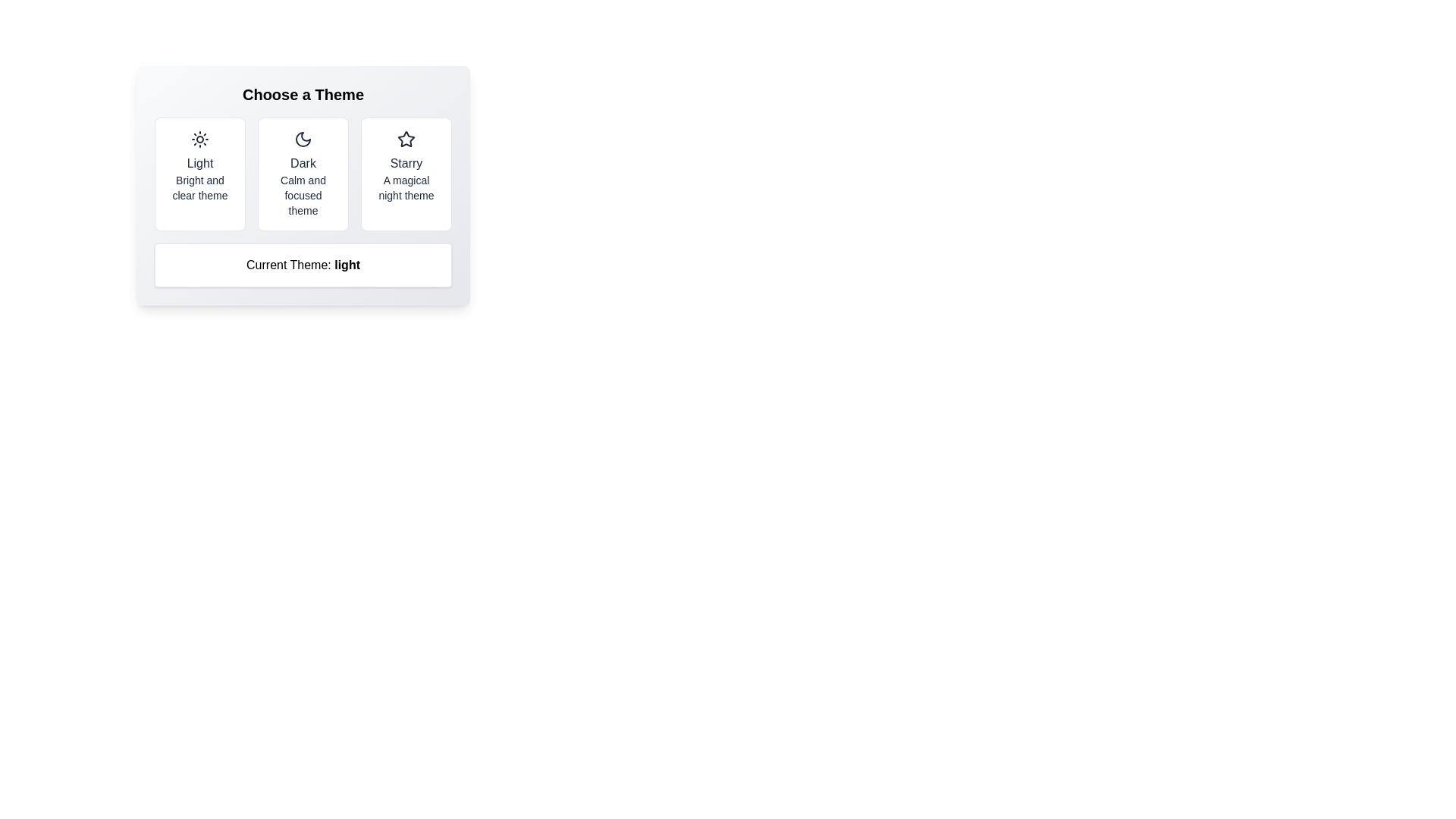  What do you see at coordinates (406, 174) in the screenshot?
I see `the theme button corresponding to Starry` at bounding box center [406, 174].